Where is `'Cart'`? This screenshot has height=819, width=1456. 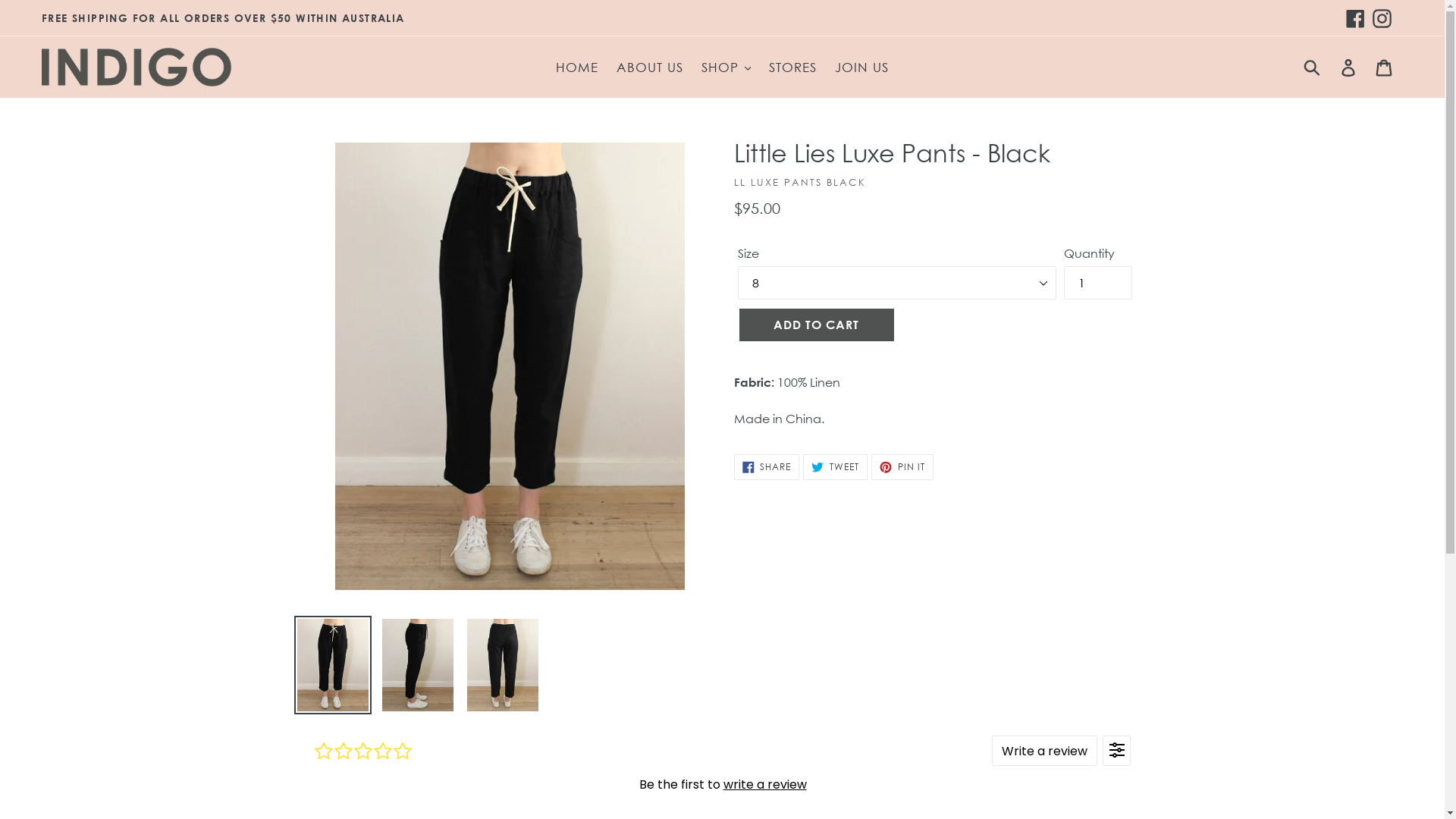 'Cart' is located at coordinates (1385, 66).